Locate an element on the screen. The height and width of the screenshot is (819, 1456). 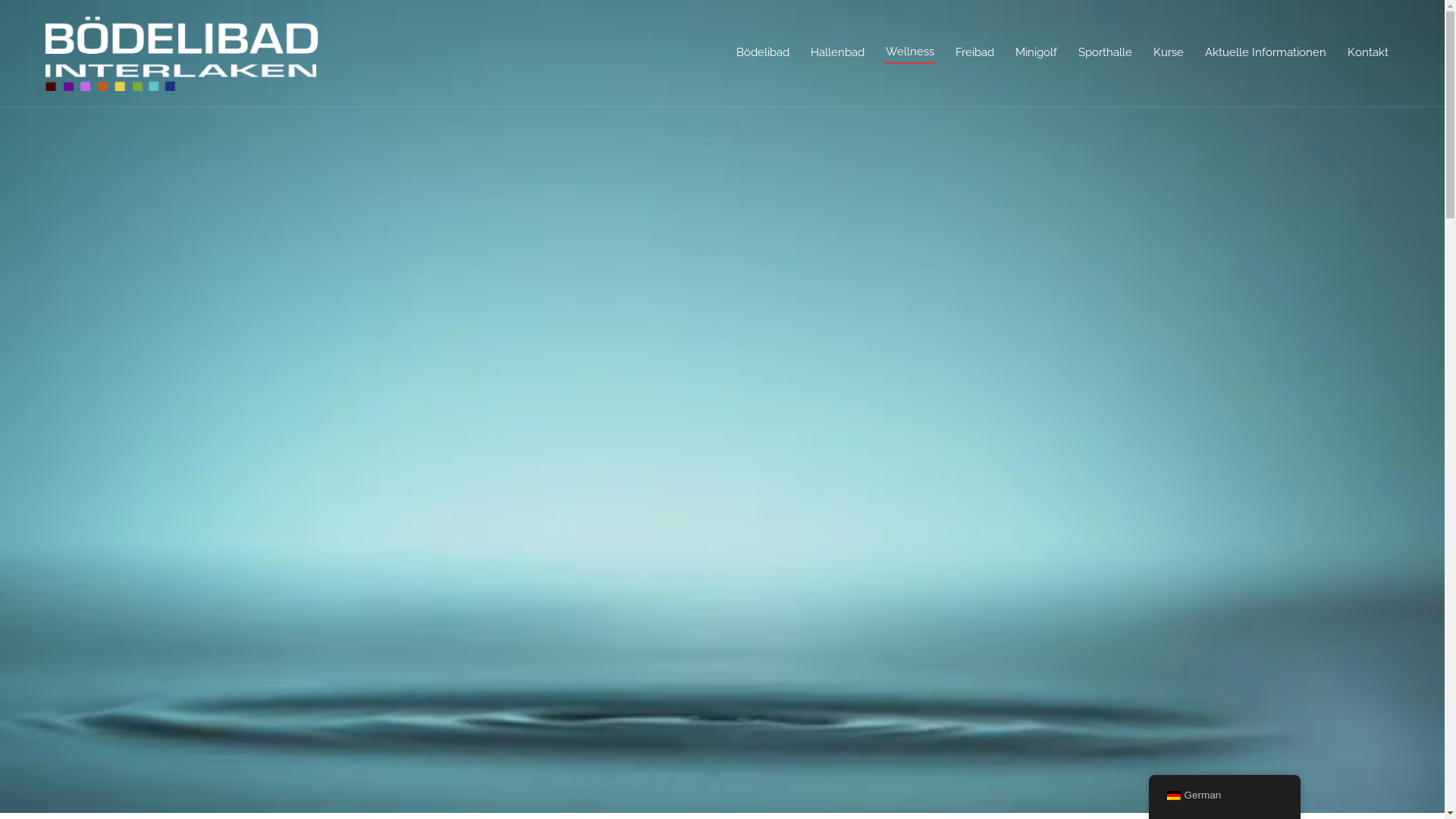
'German' is located at coordinates (1223, 795).